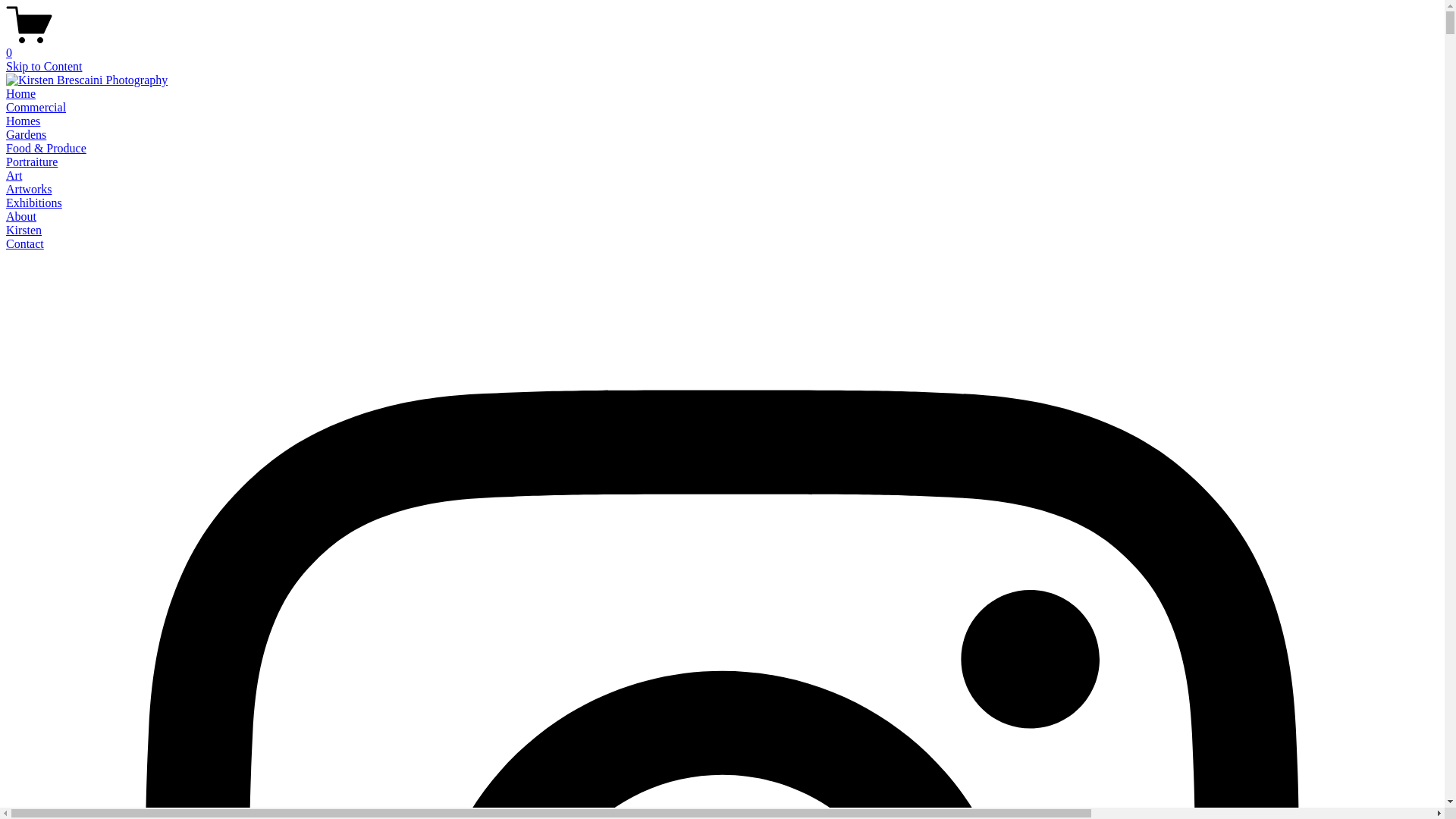 The height and width of the screenshot is (819, 1456). What do you see at coordinates (23, 120) in the screenshot?
I see `'Homes'` at bounding box center [23, 120].